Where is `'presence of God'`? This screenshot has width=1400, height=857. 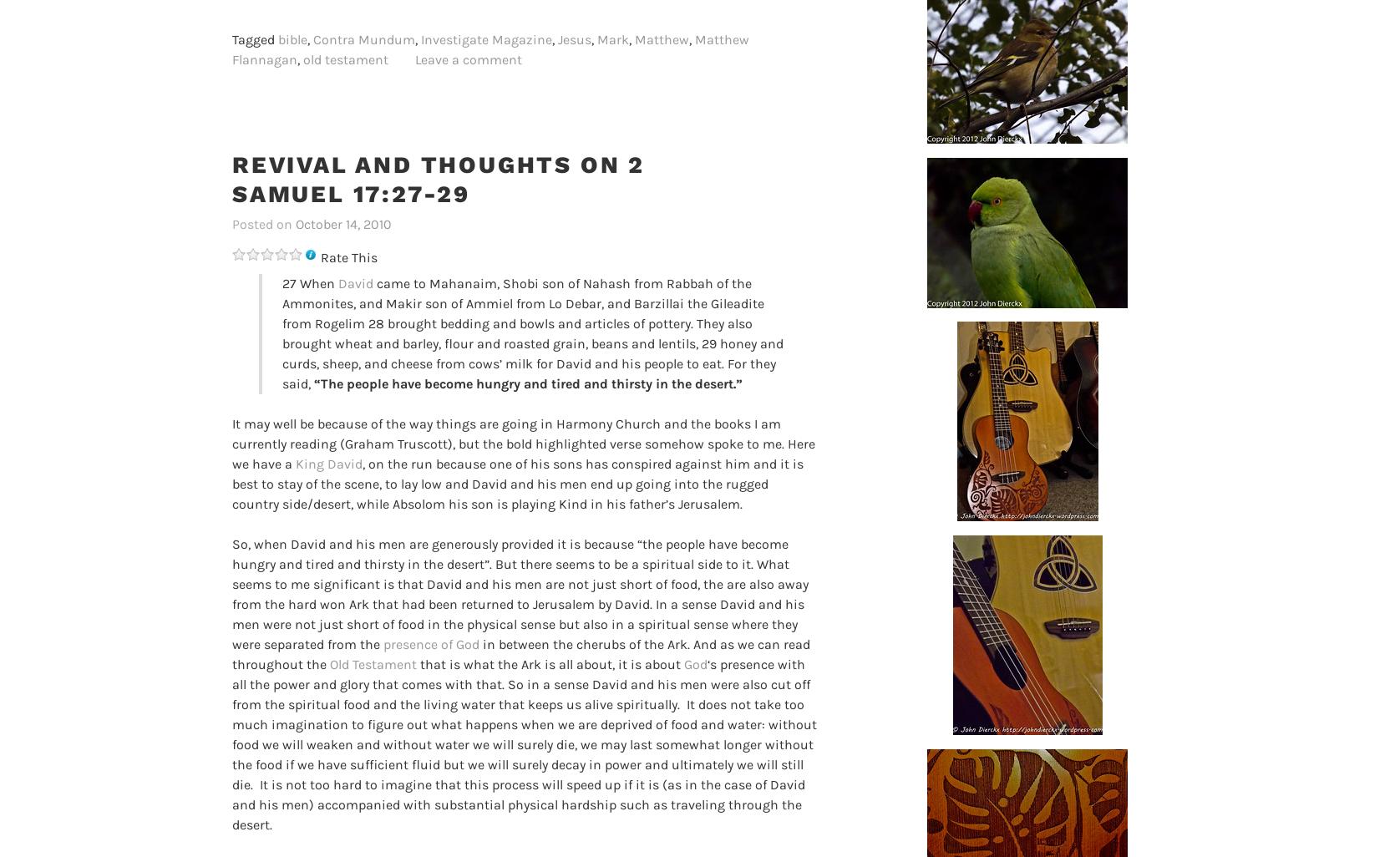 'presence of God' is located at coordinates (431, 643).